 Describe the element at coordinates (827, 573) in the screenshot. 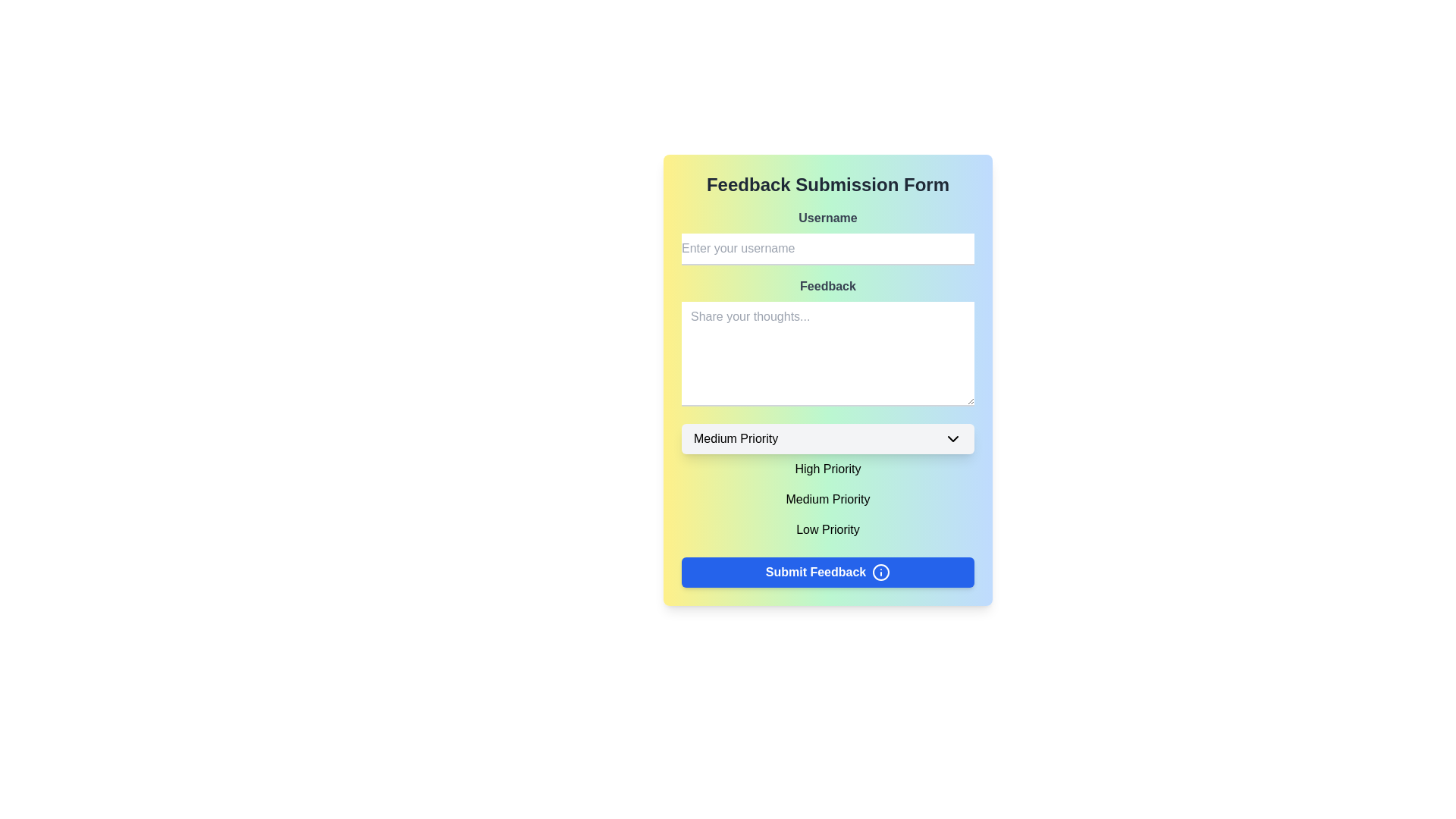

I see `the 'Submit Feedback' button, which is a rectangular button with a blue background and white text, located at the bottom of the form interface` at that location.